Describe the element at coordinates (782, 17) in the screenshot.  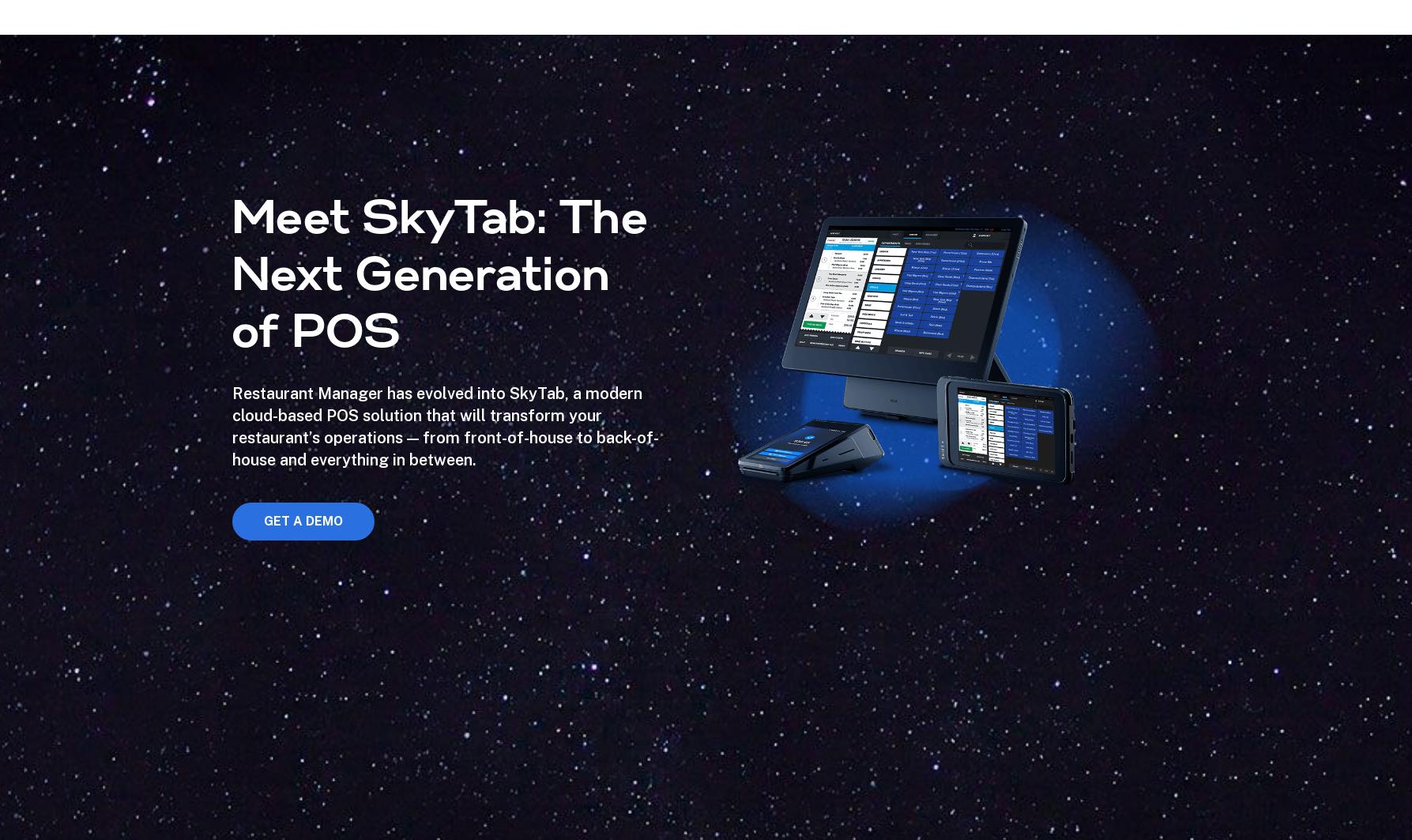
I see `'We've got your back'` at that location.